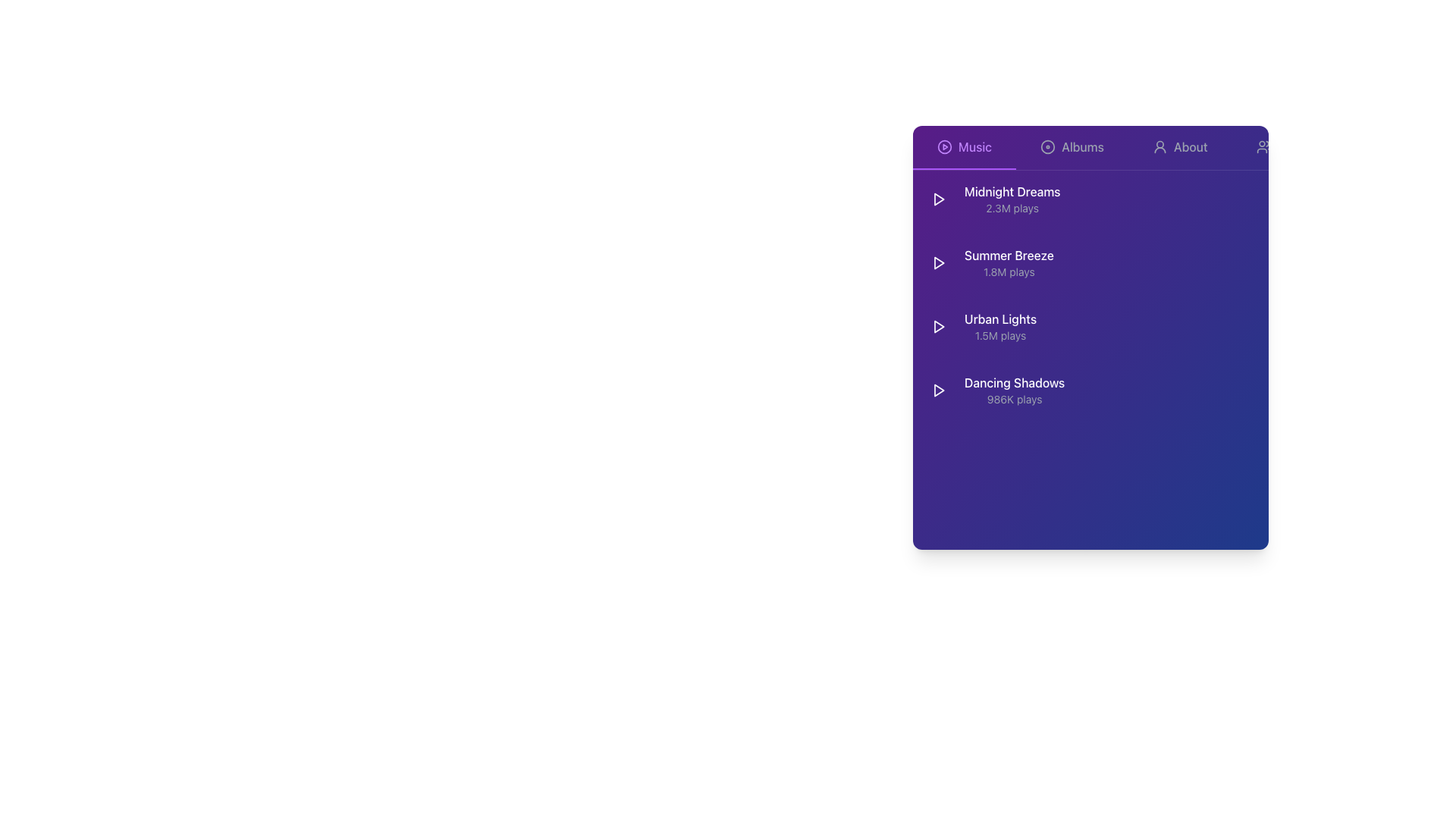  Describe the element at coordinates (938, 326) in the screenshot. I see `the triangular play button icon with a hollow outline, located to the left of the 'Urban Lights' text label` at that location.